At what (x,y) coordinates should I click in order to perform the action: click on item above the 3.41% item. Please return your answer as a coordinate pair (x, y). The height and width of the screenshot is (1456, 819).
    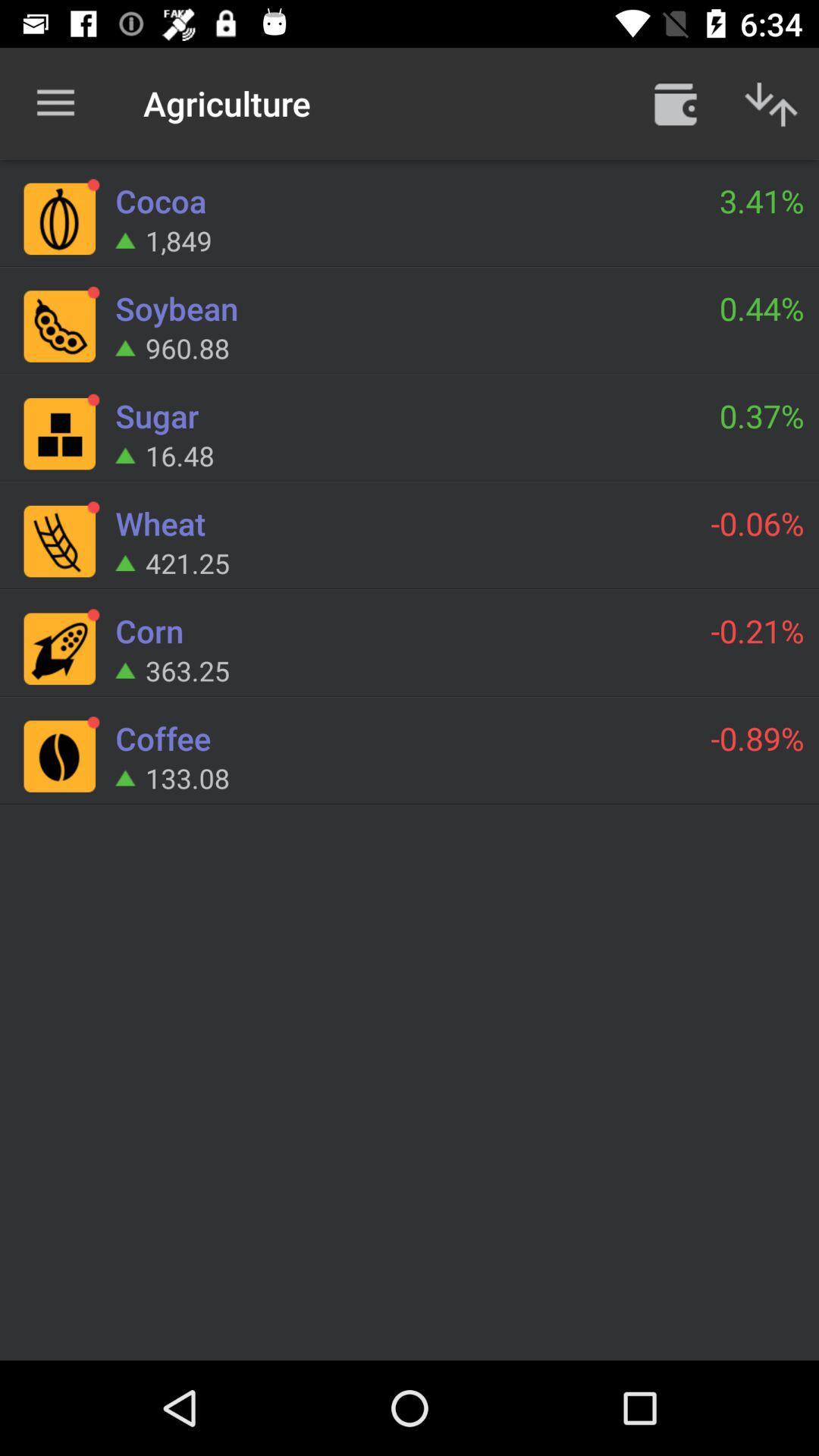
    Looking at the image, I should click on (771, 102).